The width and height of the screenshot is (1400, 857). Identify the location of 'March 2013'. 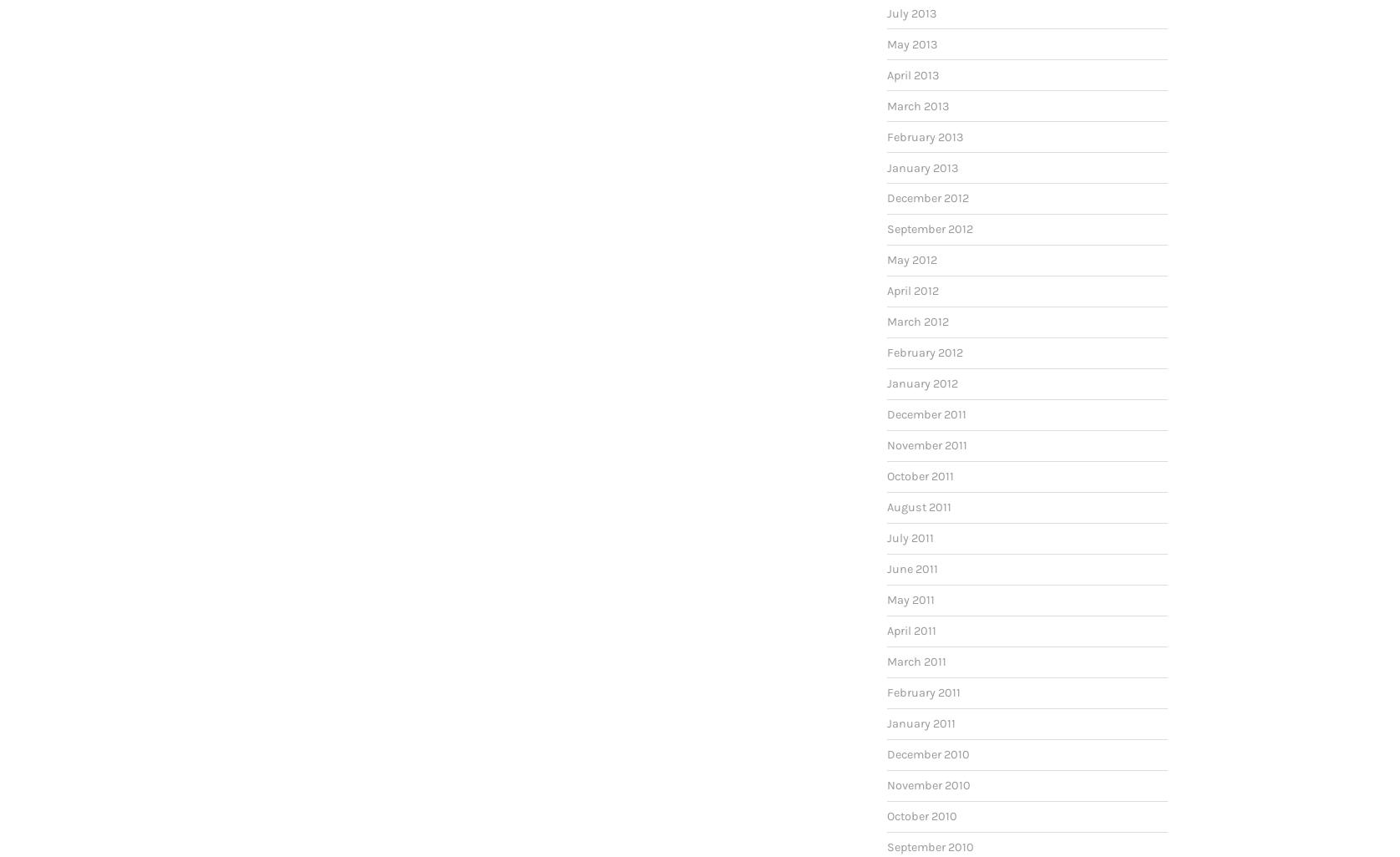
(917, 105).